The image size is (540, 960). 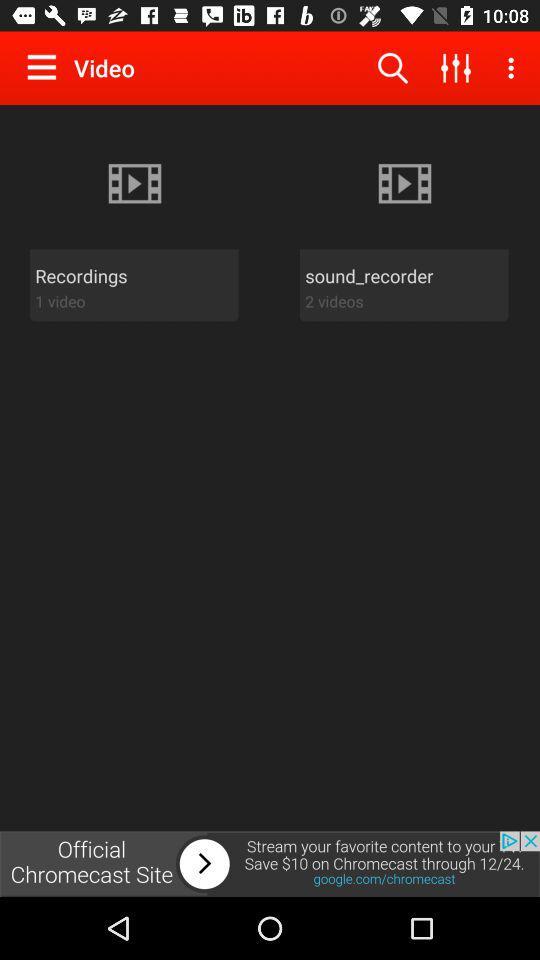 I want to click on chromecast advertisement, so click(x=270, y=863).